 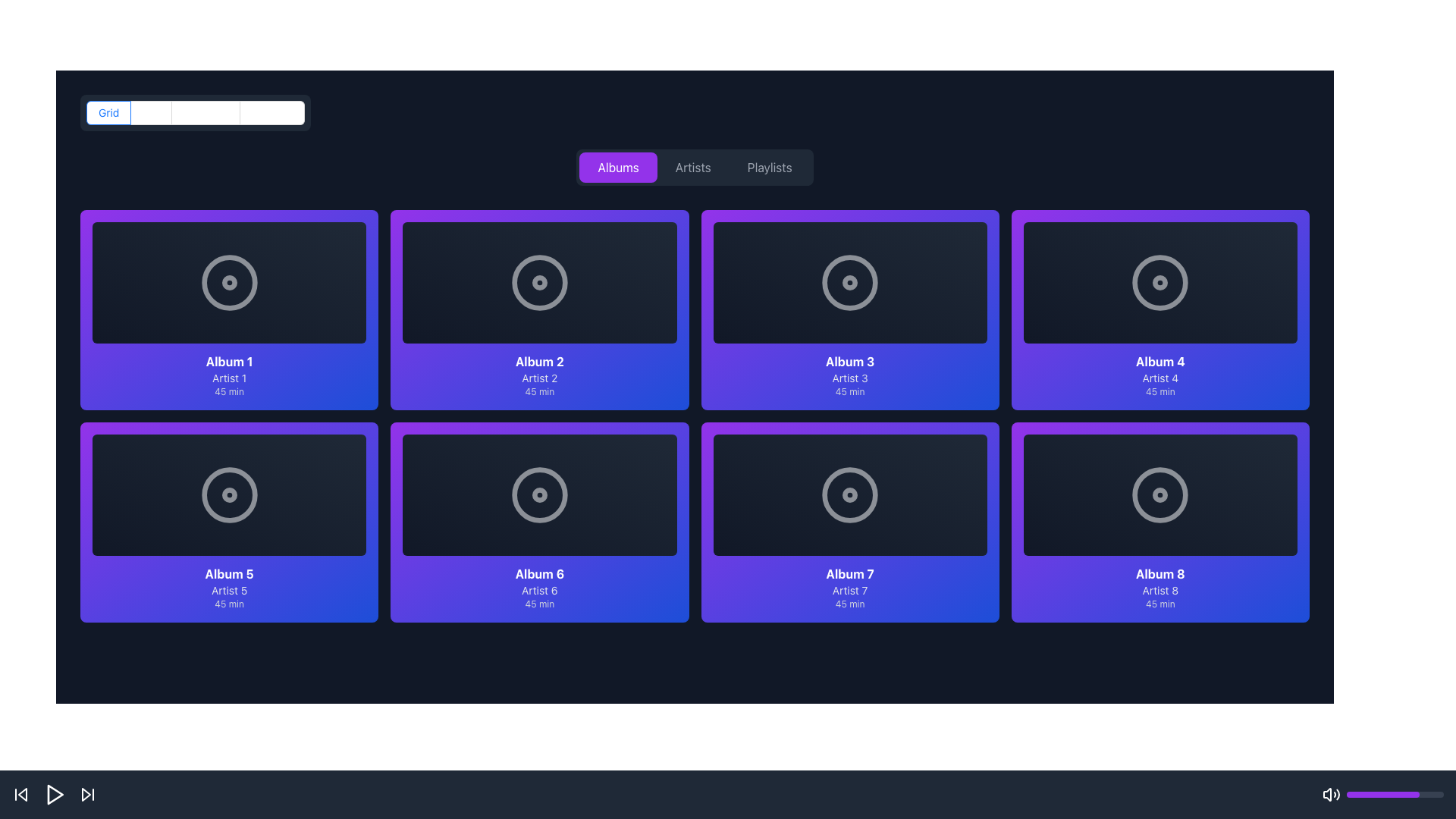 I want to click on the fill level of the horizontal progress bar located in the bottom-right corner of the interface, which features a gray background and a purple indicator, so click(x=1395, y=794).